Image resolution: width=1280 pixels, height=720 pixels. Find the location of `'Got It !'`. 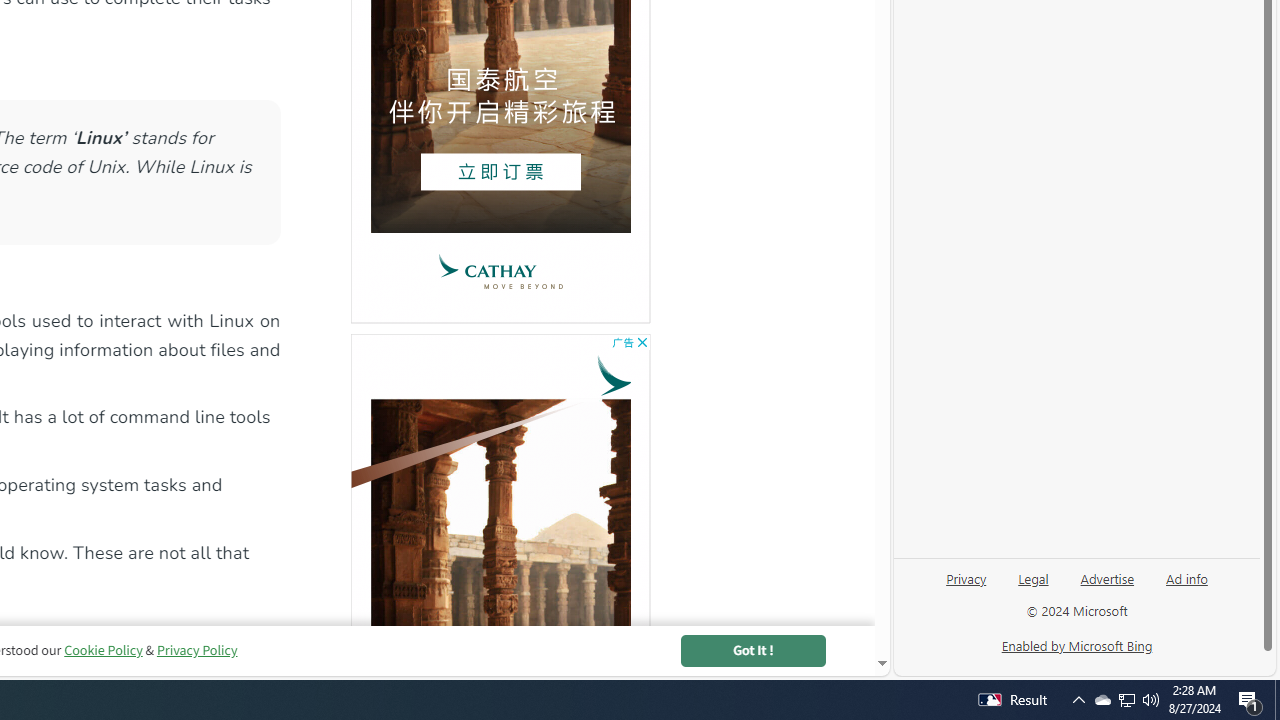

'Got It !' is located at coordinates (752, 650).